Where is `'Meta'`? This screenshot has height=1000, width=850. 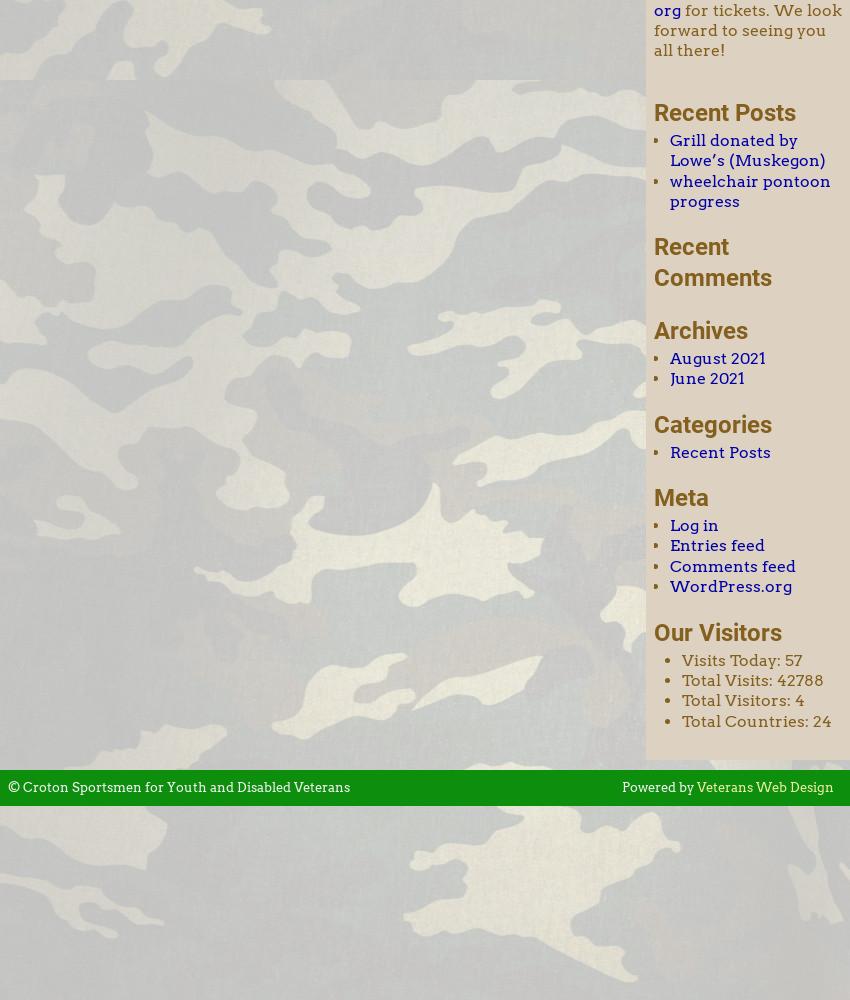
'Meta' is located at coordinates (680, 497).